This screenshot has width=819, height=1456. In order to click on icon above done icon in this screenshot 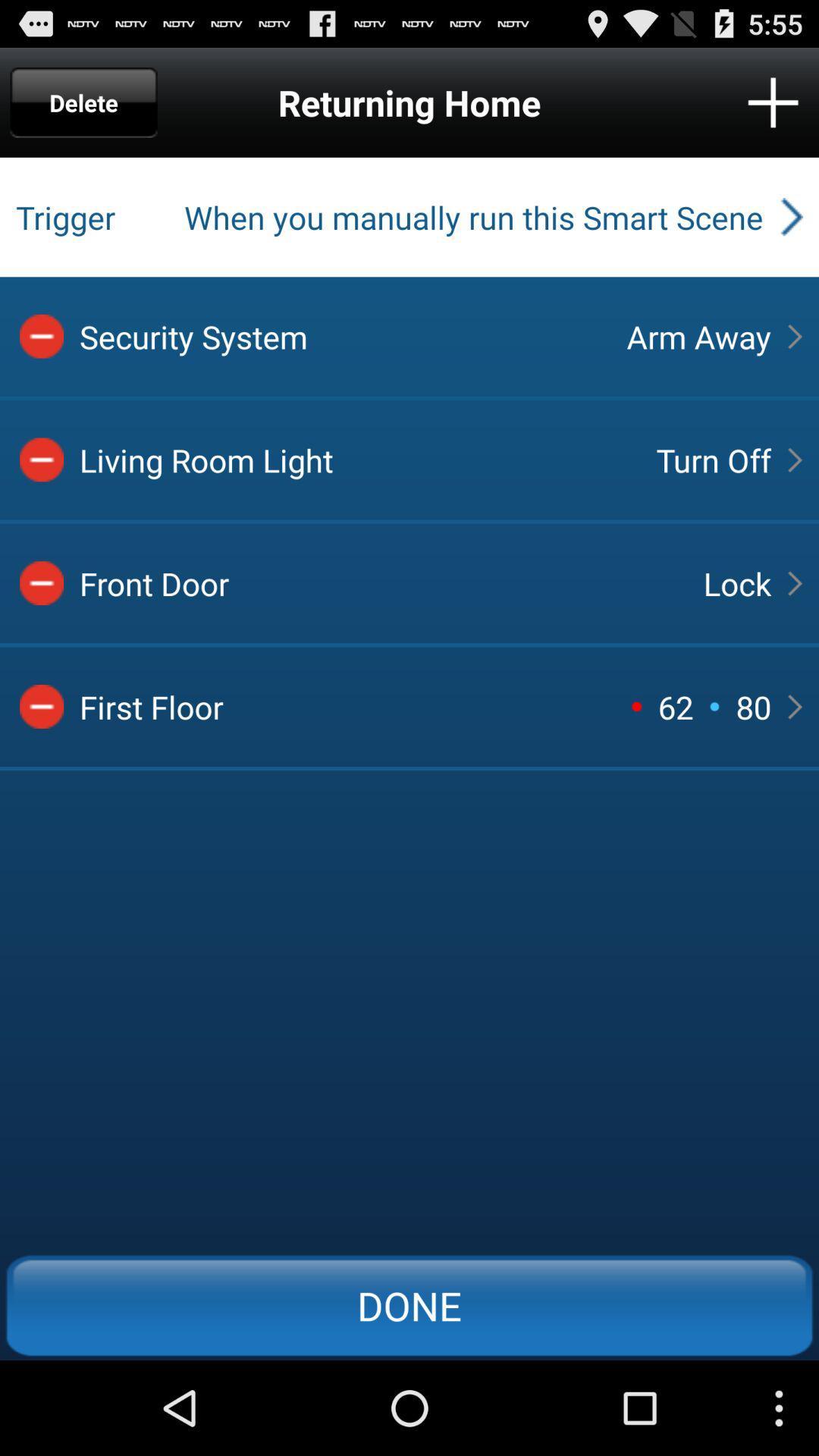, I will do `click(714, 705)`.